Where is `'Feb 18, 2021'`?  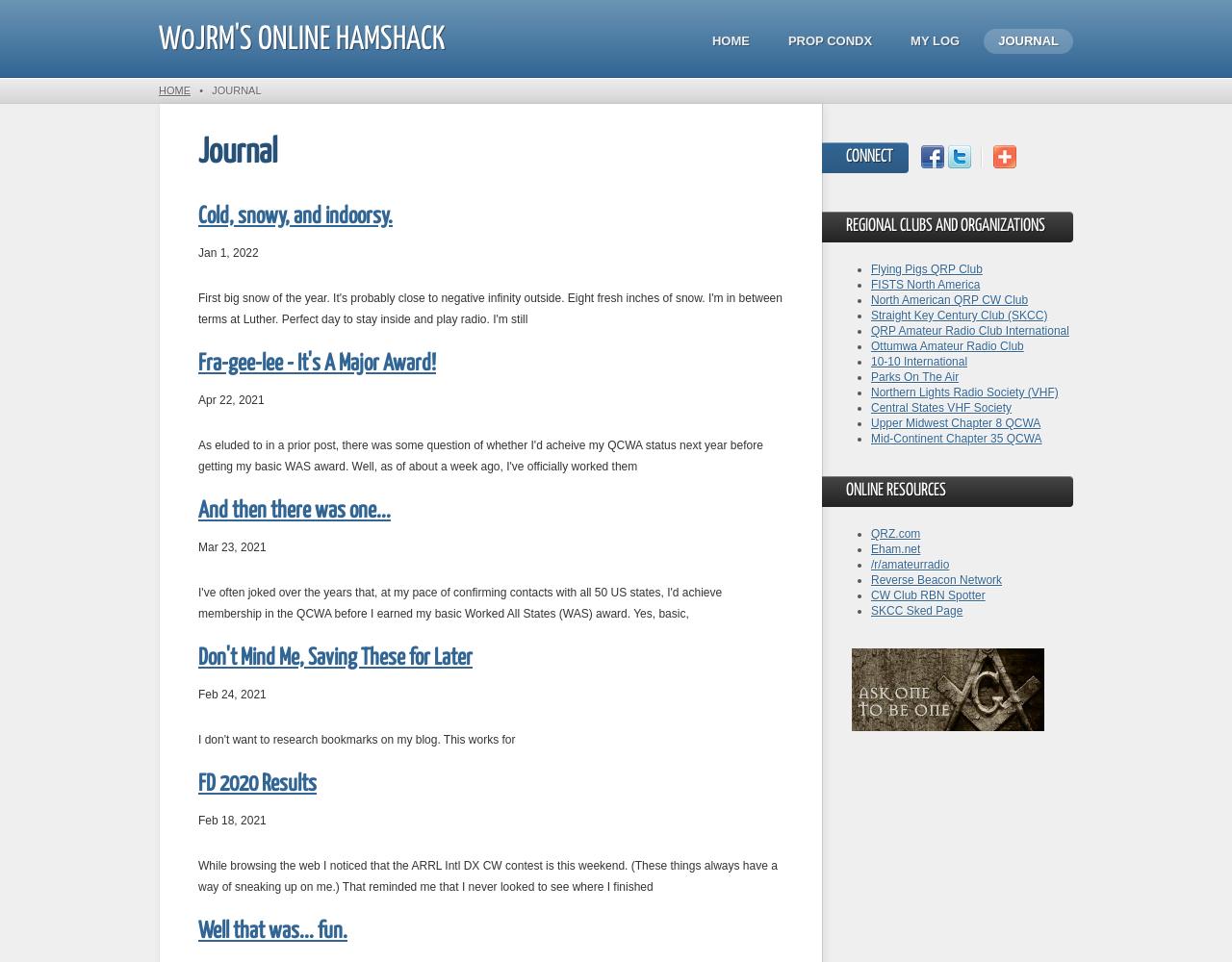 'Feb 18, 2021' is located at coordinates (231, 820).